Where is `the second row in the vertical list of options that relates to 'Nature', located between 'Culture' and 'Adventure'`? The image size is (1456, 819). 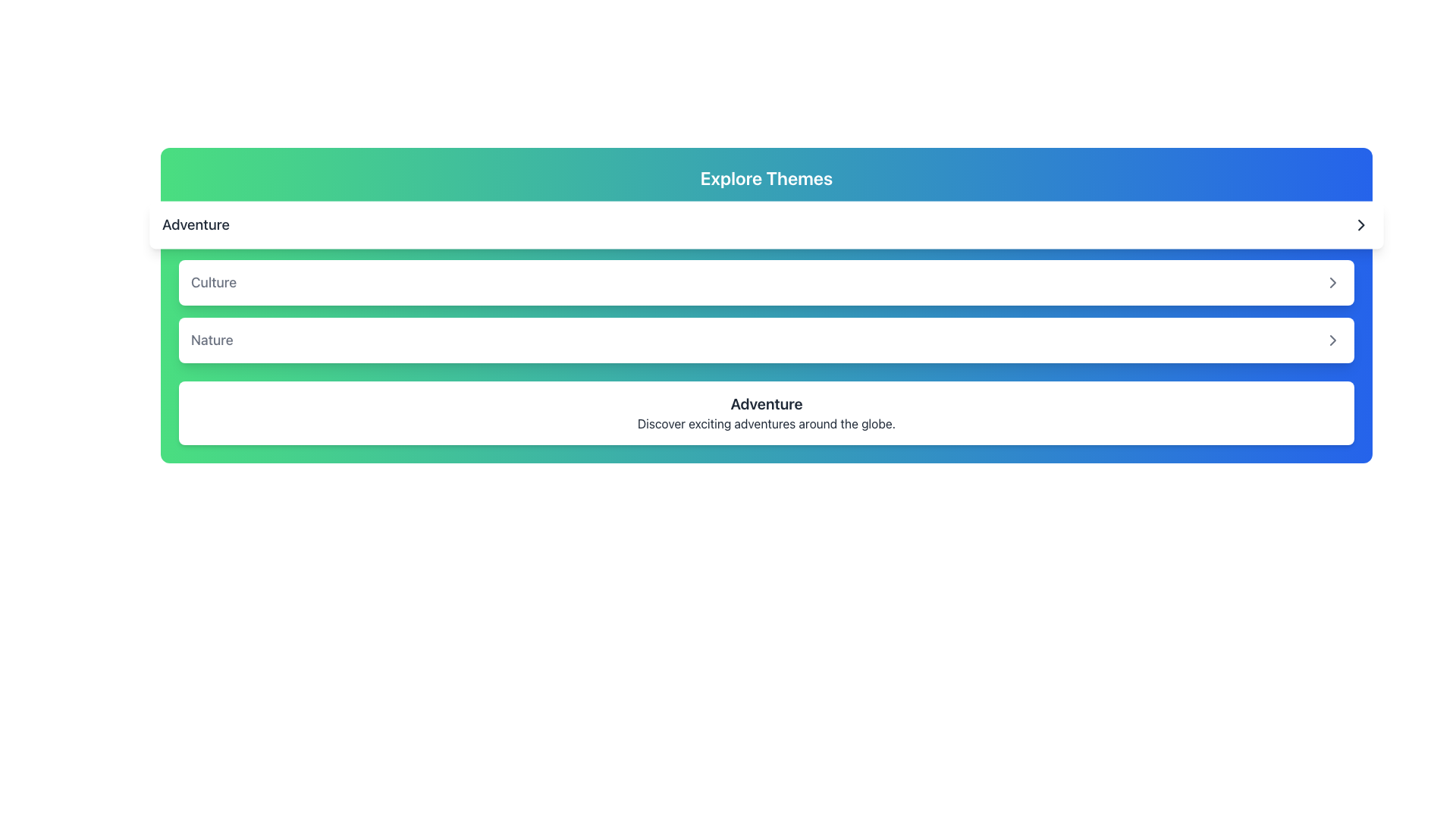
the second row in the vertical list of options that relates to 'Nature', located between 'Culture' and 'Adventure' is located at coordinates (767, 339).